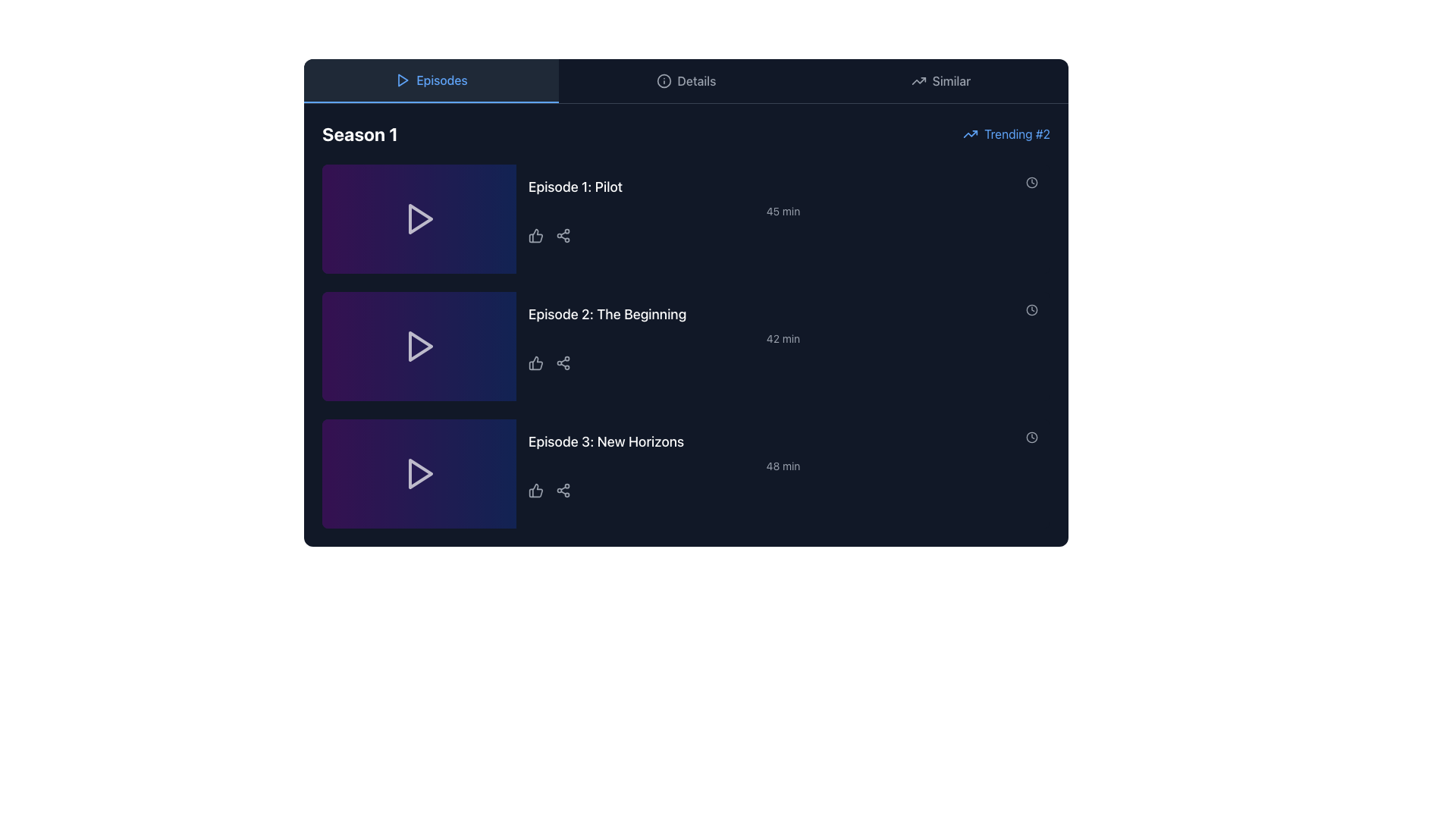  What do you see at coordinates (783, 346) in the screenshot?
I see `the second list item which contains the episode title 'Episode 2: The Beginning' and its duration '42 min'` at bounding box center [783, 346].